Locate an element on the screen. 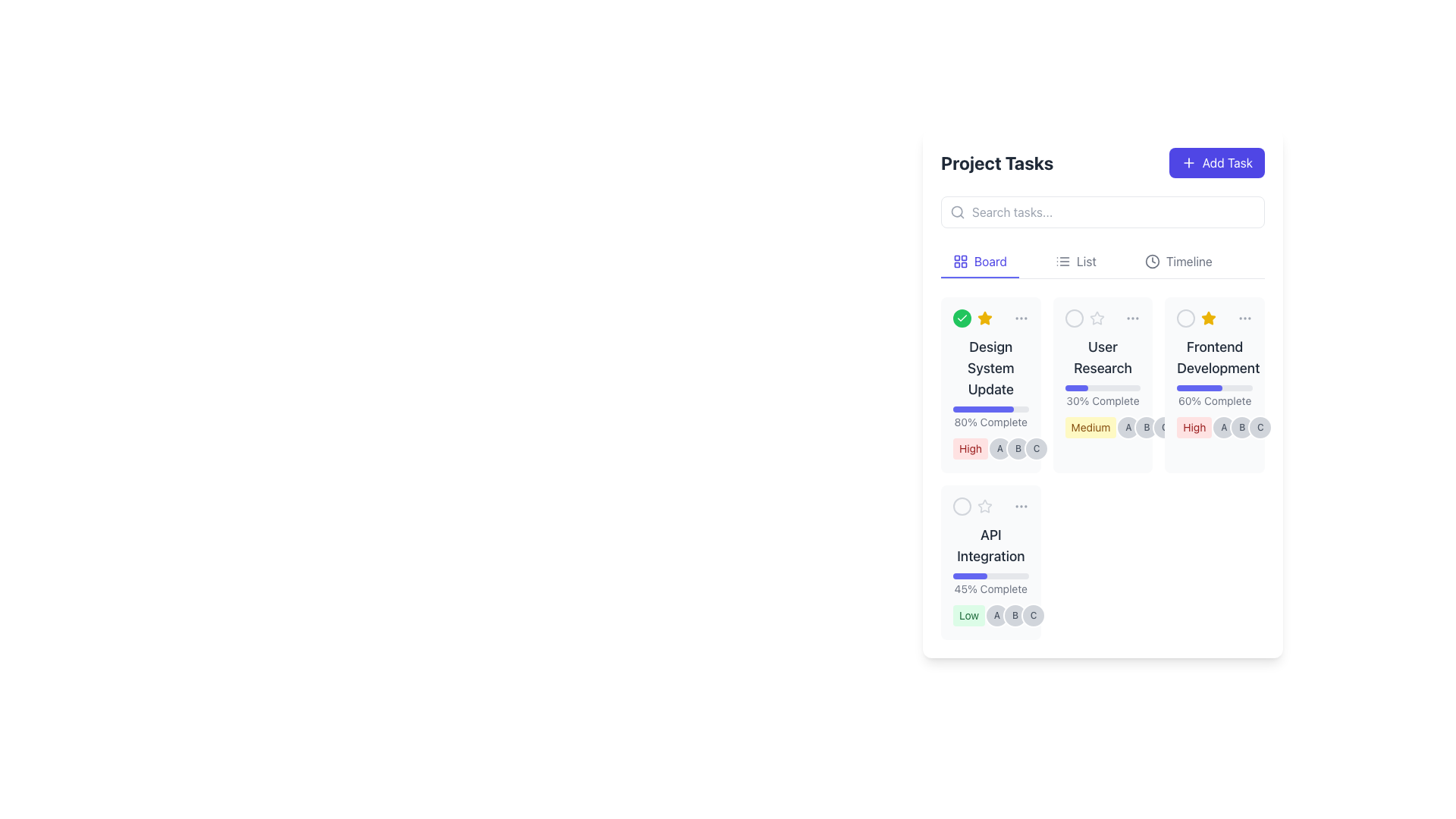 This screenshot has width=1456, height=819. the Circular avatar icon labeled 'B', which is positioned between icons 'A' and 'C' in the 'User Research' card of the 'Project Tasks' section is located at coordinates (1147, 427).